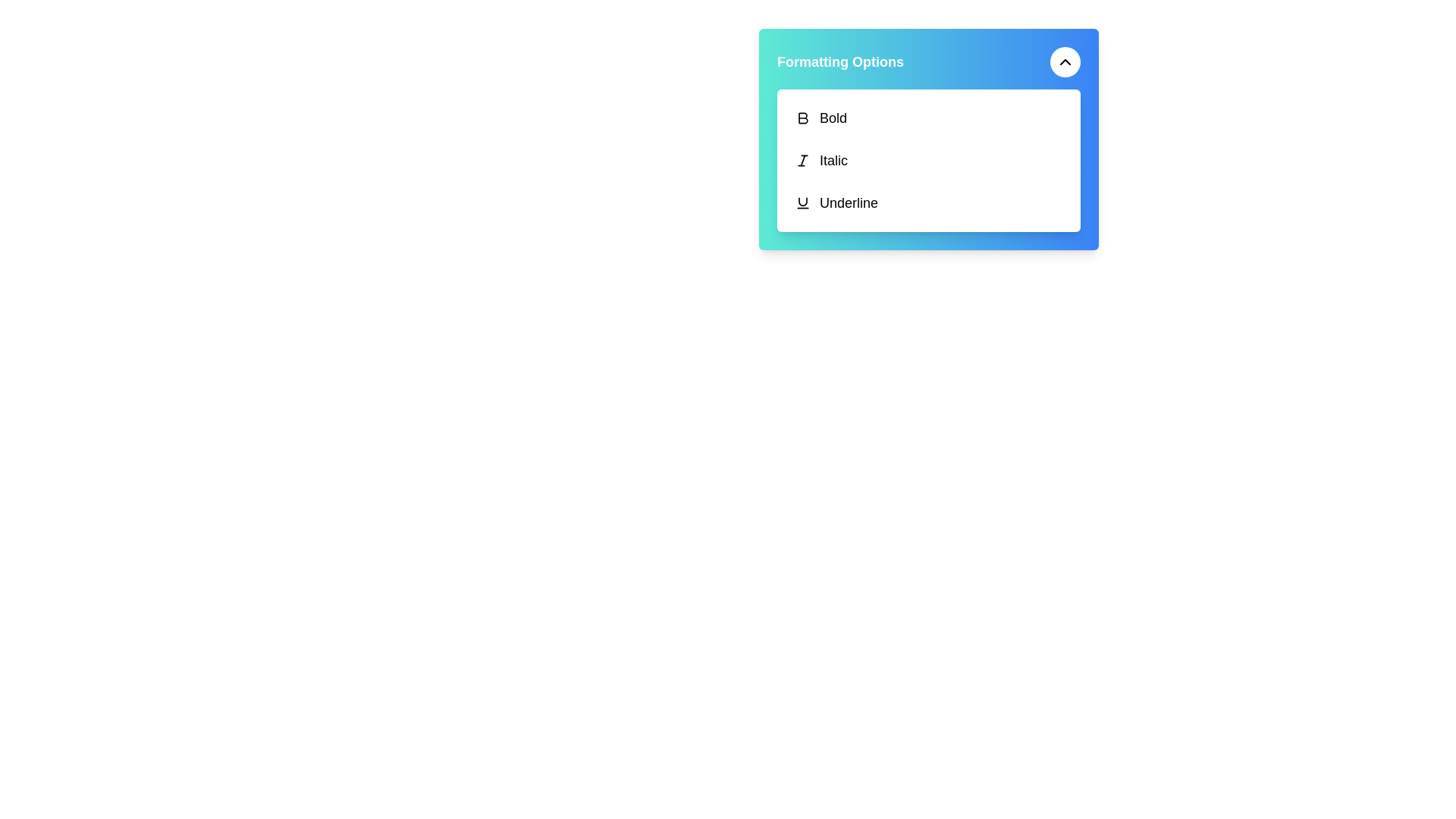 This screenshot has height=819, width=1456. Describe the element at coordinates (847, 202) in the screenshot. I see `the 'Underline' text label located in the formatting toolbar` at that location.